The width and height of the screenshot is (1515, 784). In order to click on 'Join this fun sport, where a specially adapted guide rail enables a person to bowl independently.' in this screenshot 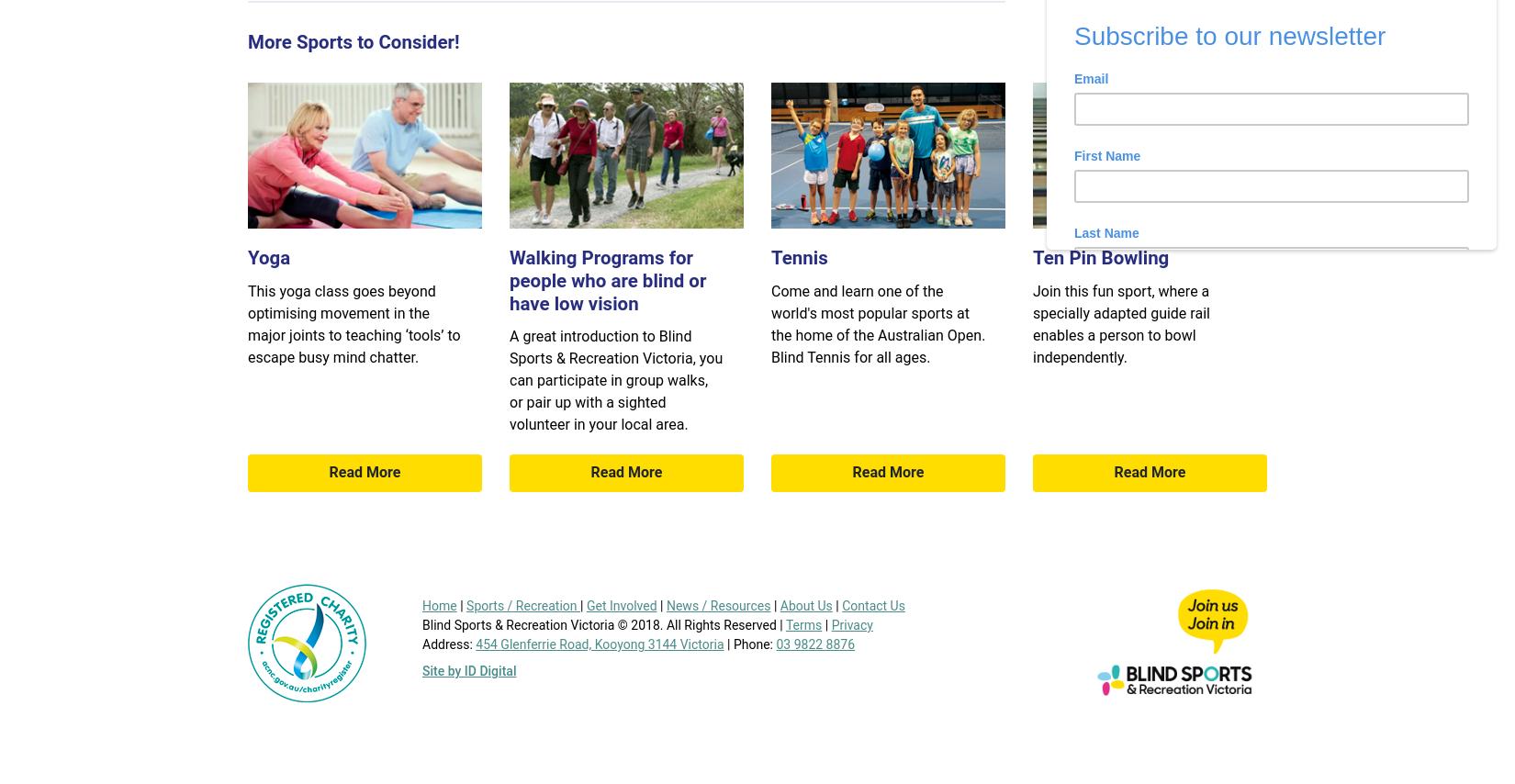, I will do `click(1121, 323)`.